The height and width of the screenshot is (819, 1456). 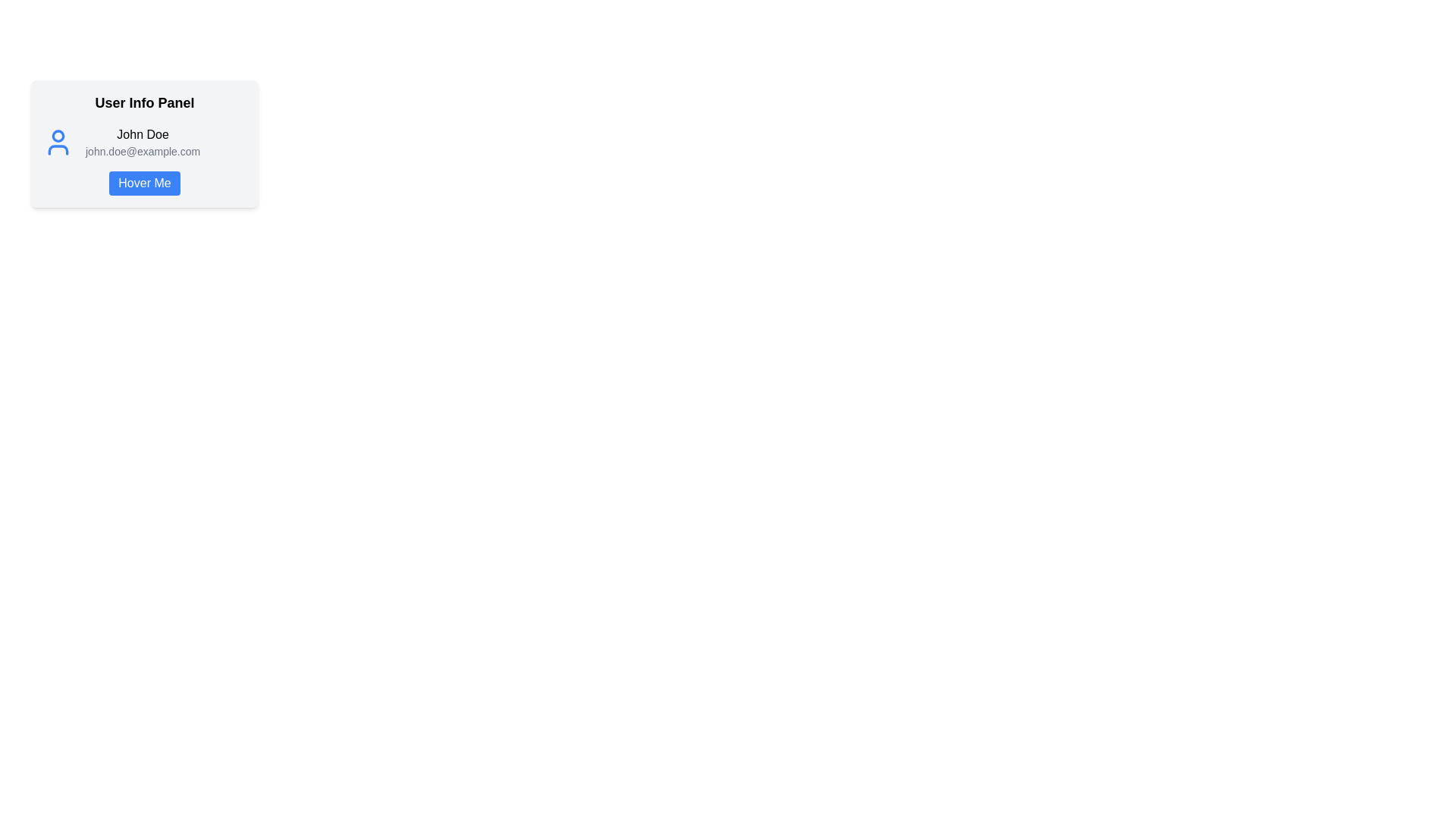 What do you see at coordinates (58, 134) in the screenshot?
I see `the upper circular shape (head) of the user avatar SVG graphic, positioned on the left side of the interface panel` at bounding box center [58, 134].